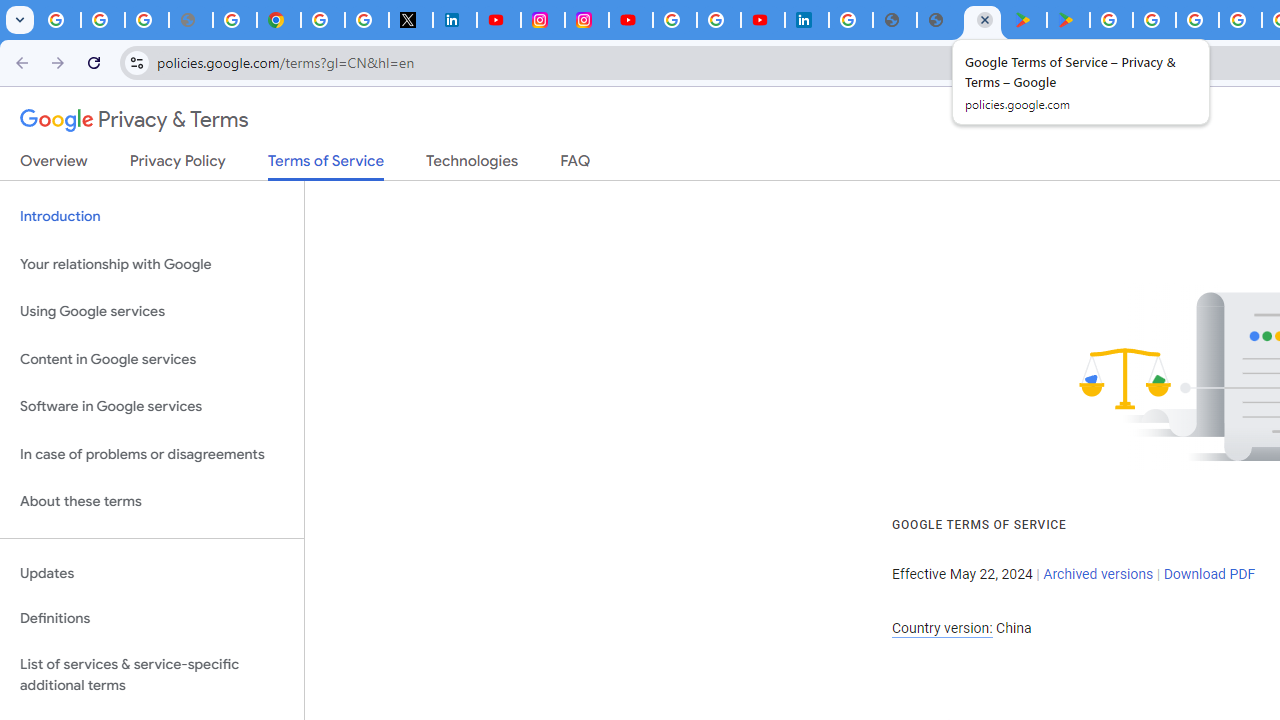 The width and height of the screenshot is (1280, 720). I want to click on 'Content in Google services', so click(151, 358).